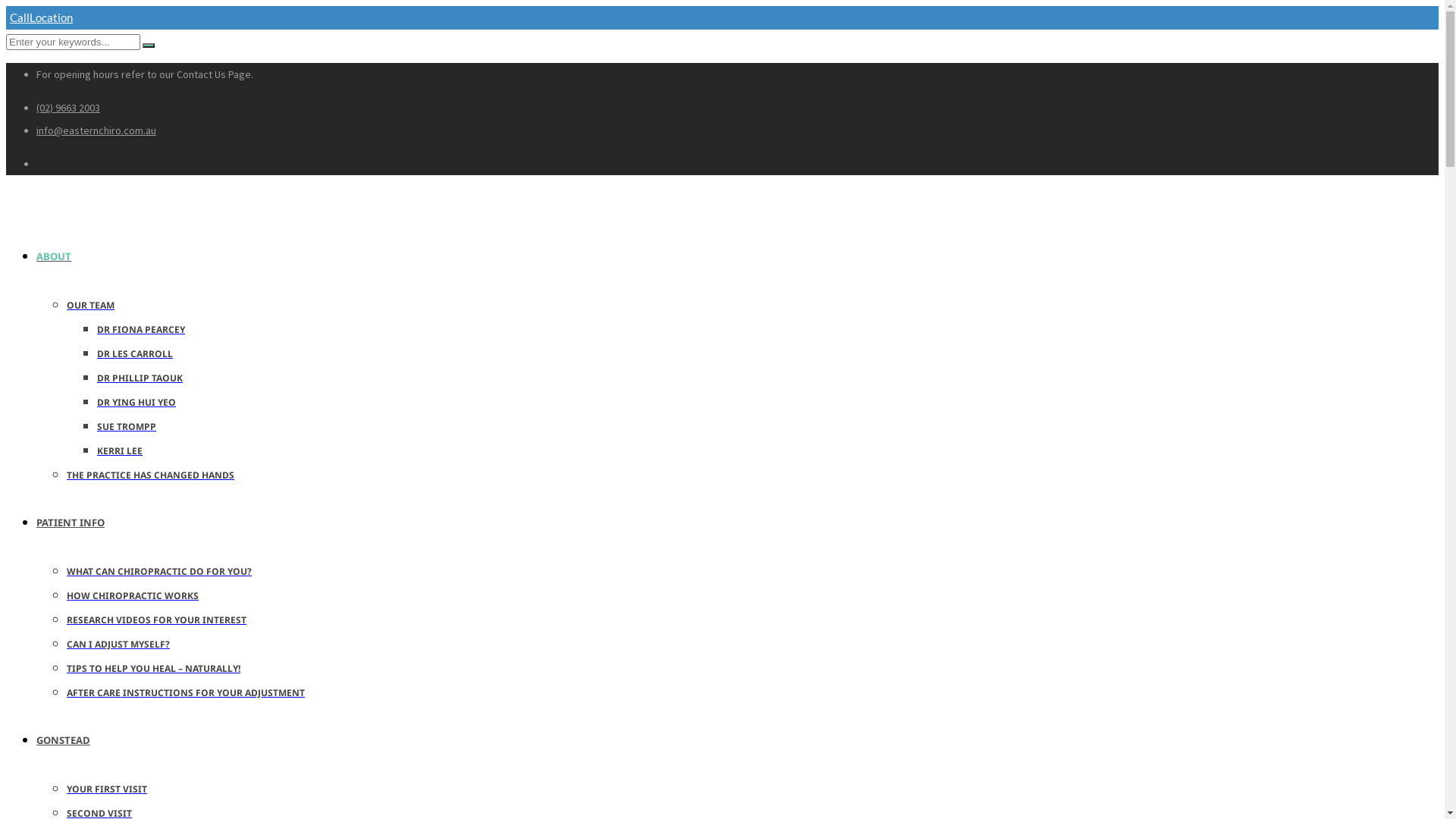 This screenshot has width=1456, height=819. Describe the element at coordinates (145, 74) in the screenshot. I see `'For opening hours refer to our Contact Us Page.'` at that location.